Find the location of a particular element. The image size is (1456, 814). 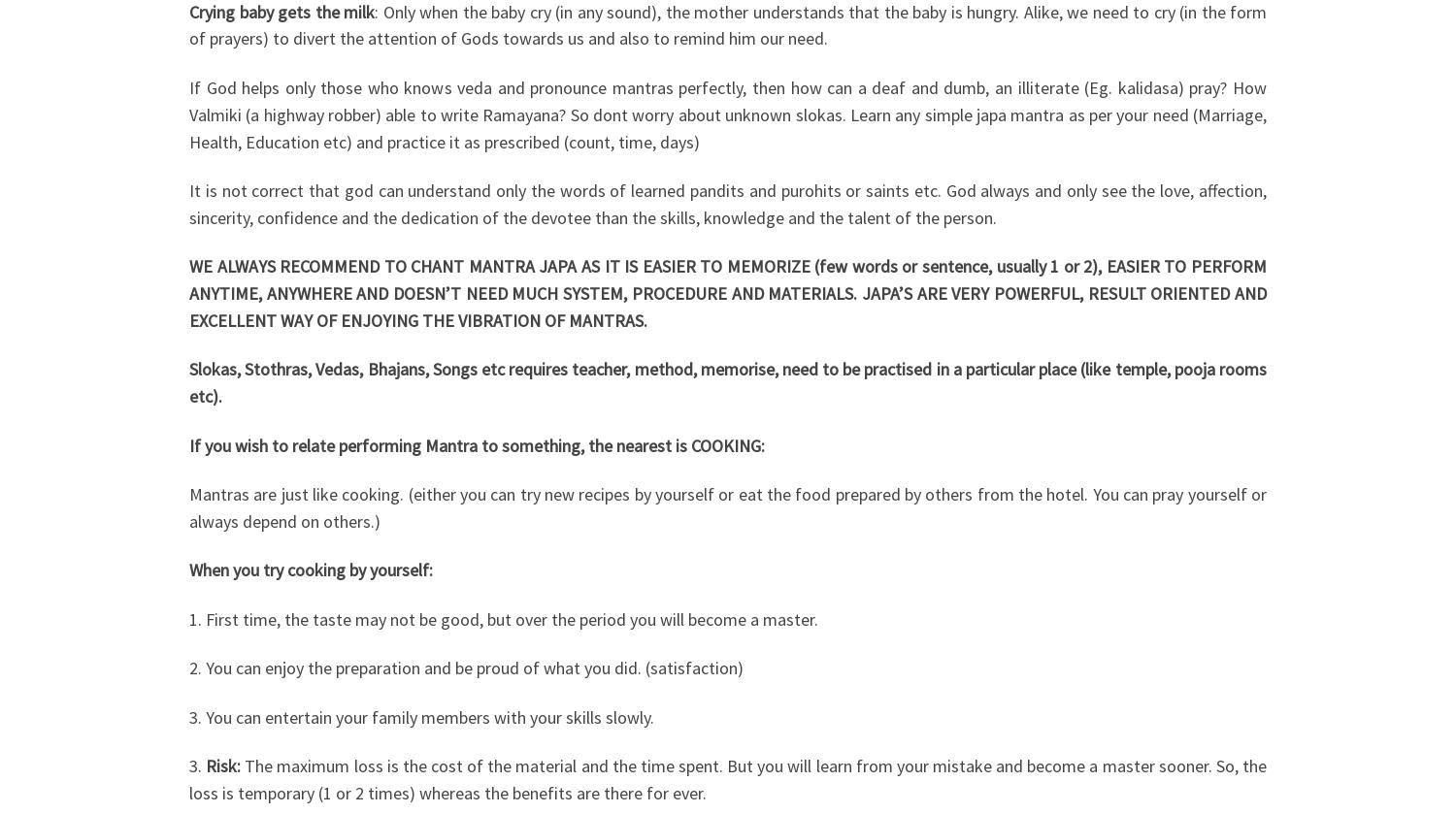

'3. You can entertain your family members with your skills slowly.' is located at coordinates (421, 715).